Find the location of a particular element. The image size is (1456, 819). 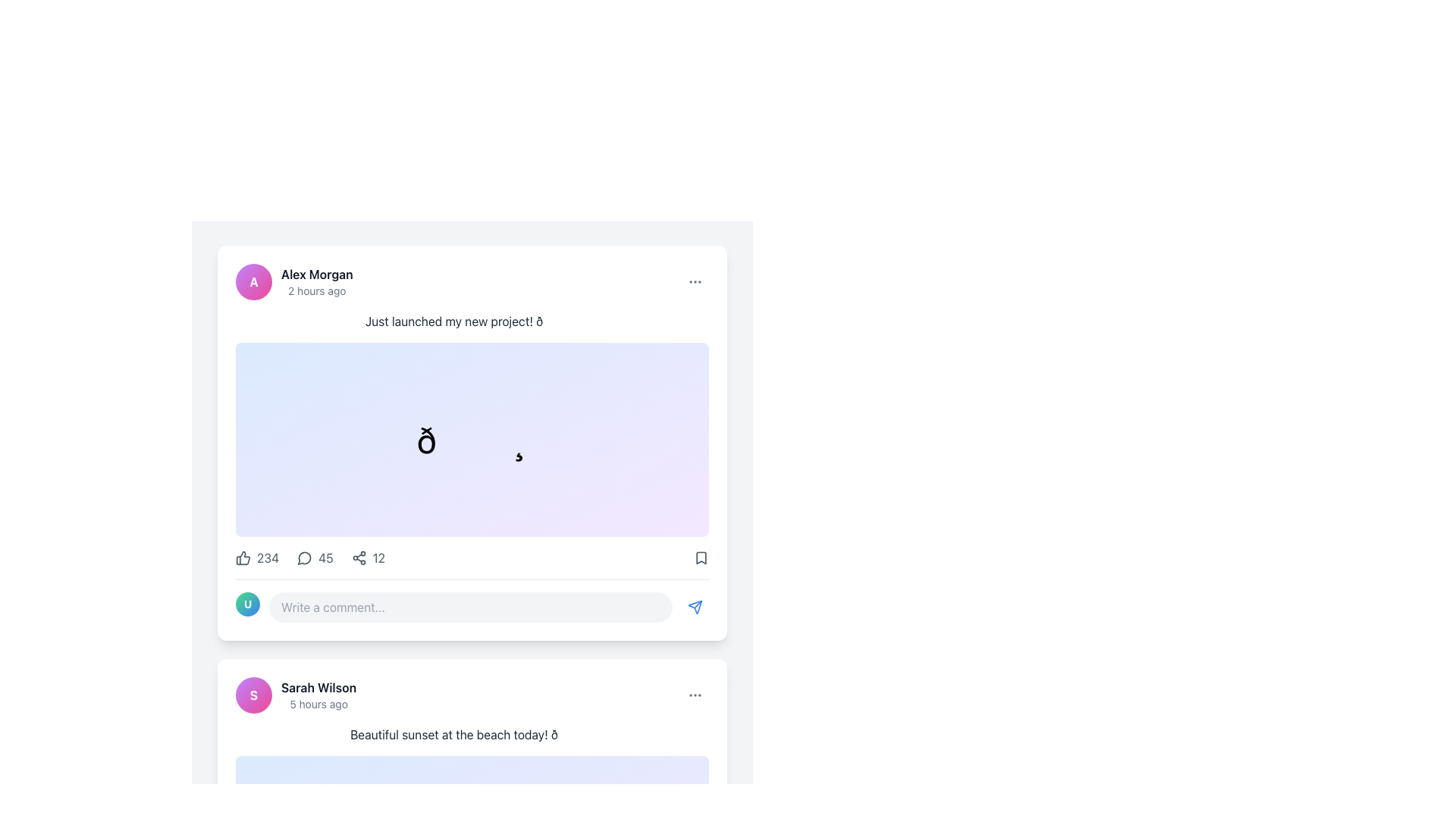

the Comment Input Section located at the bottom edge of the post by 'Alex Morgan' for additional visual feedback is located at coordinates (472, 607).